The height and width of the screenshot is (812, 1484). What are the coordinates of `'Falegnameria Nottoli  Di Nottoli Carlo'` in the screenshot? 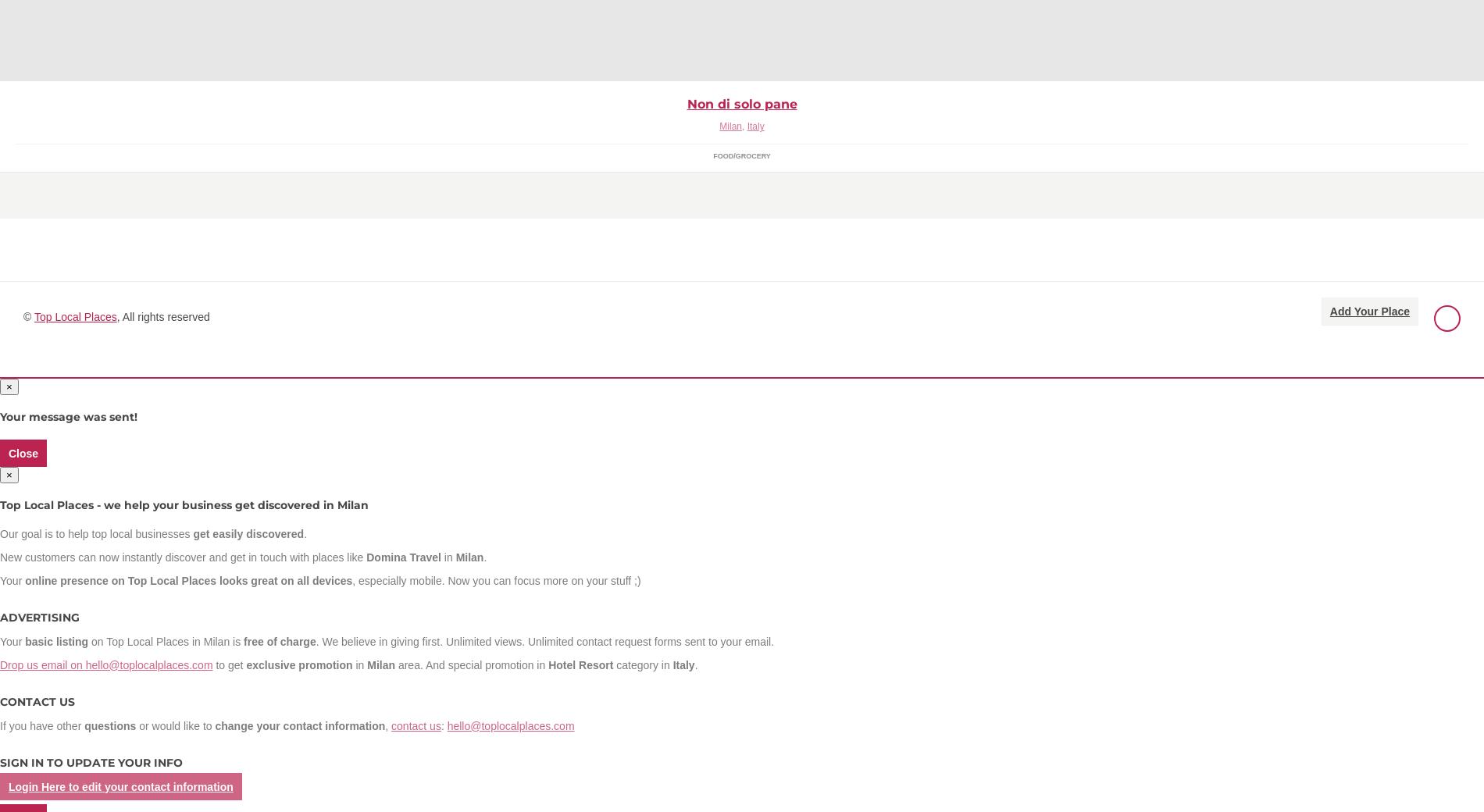 It's located at (123, 44).